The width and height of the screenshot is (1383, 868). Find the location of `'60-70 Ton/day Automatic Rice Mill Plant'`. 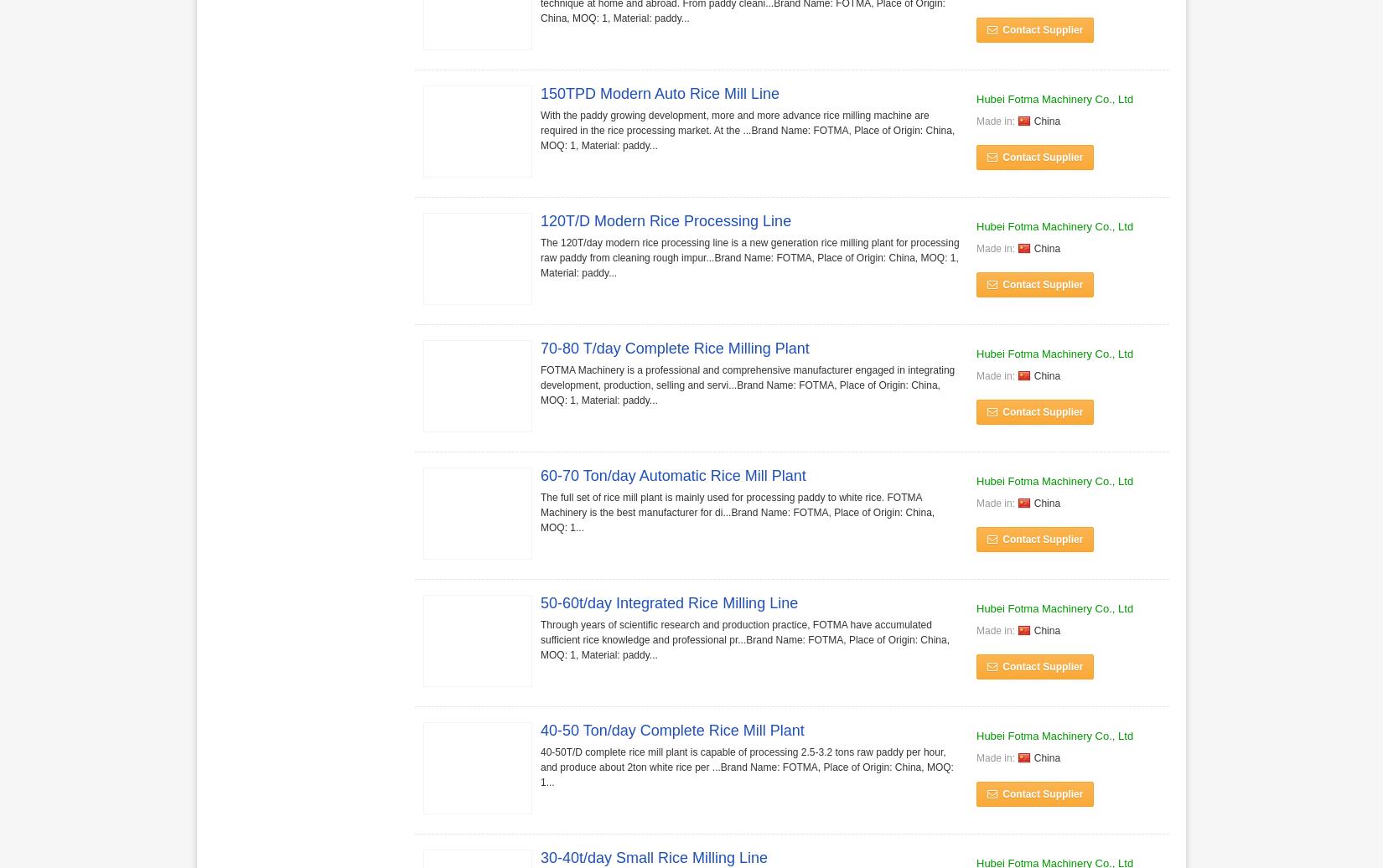

'60-70 Ton/day Automatic Rice Mill Plant' is located at coordinates (672, 475).